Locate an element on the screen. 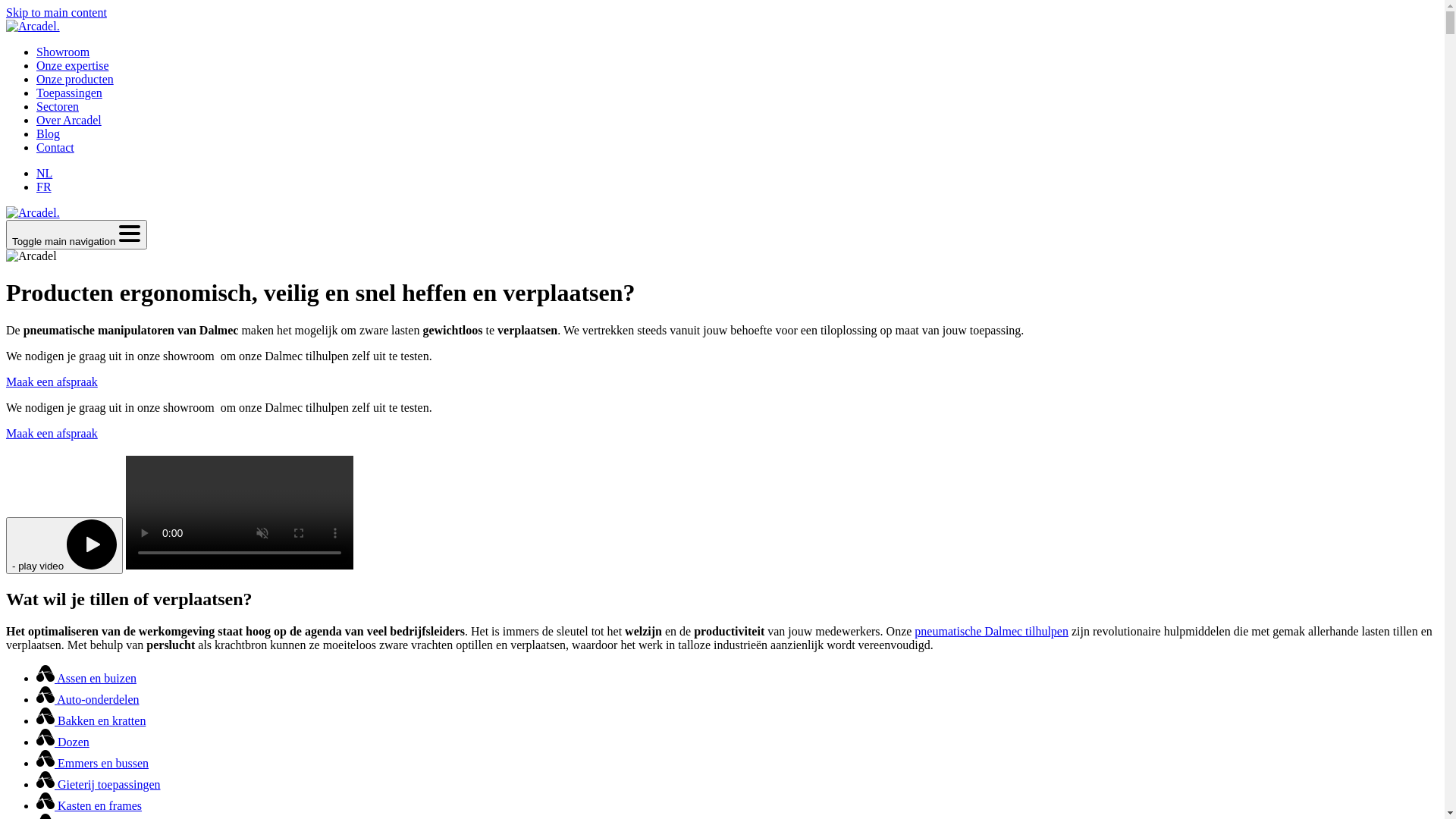  'Toggle main navigation' is located at coordinates (75, 234).